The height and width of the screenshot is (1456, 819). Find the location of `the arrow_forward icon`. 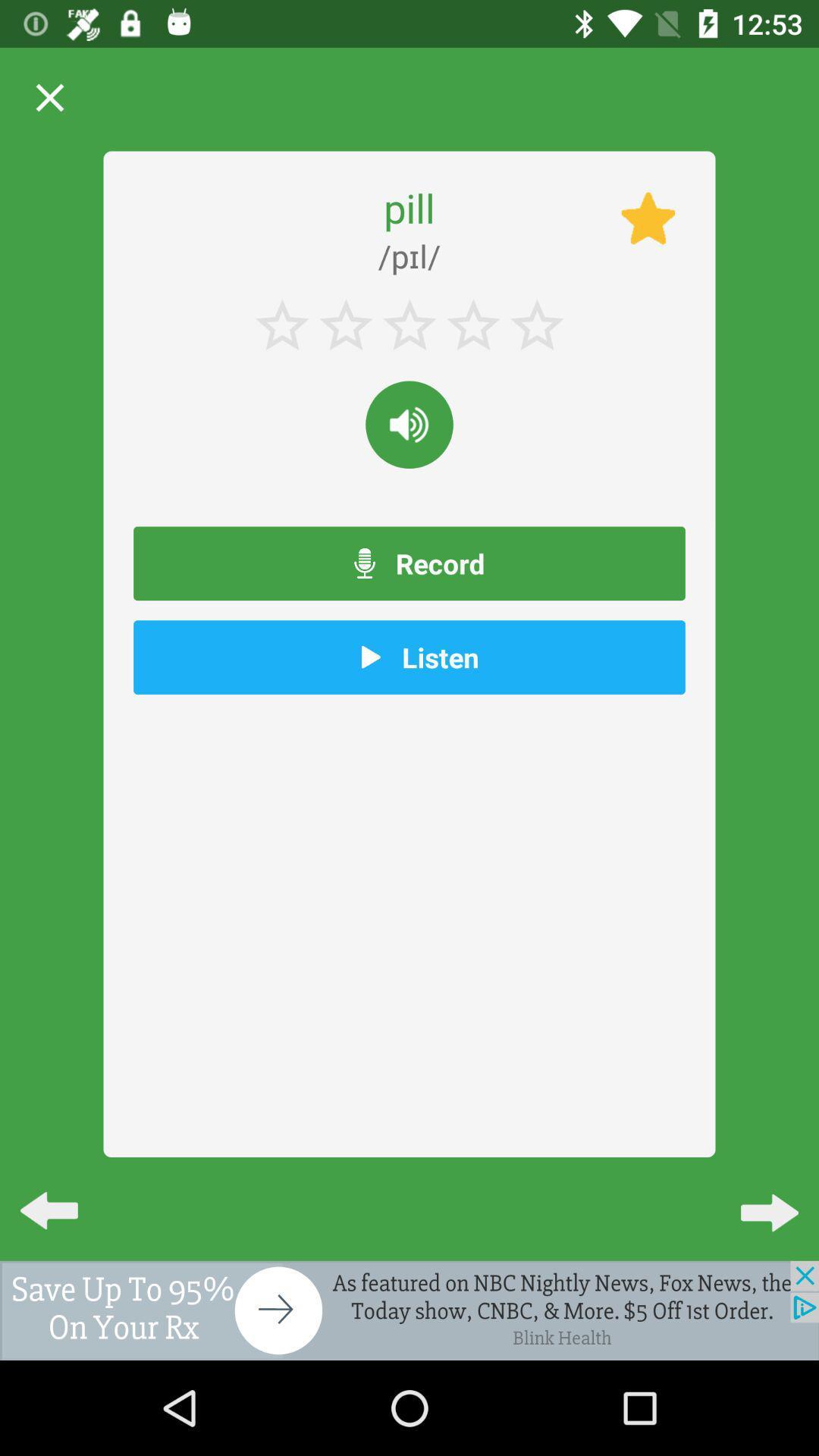

the arrow_forward icon is located at coordinates (757, 1197).